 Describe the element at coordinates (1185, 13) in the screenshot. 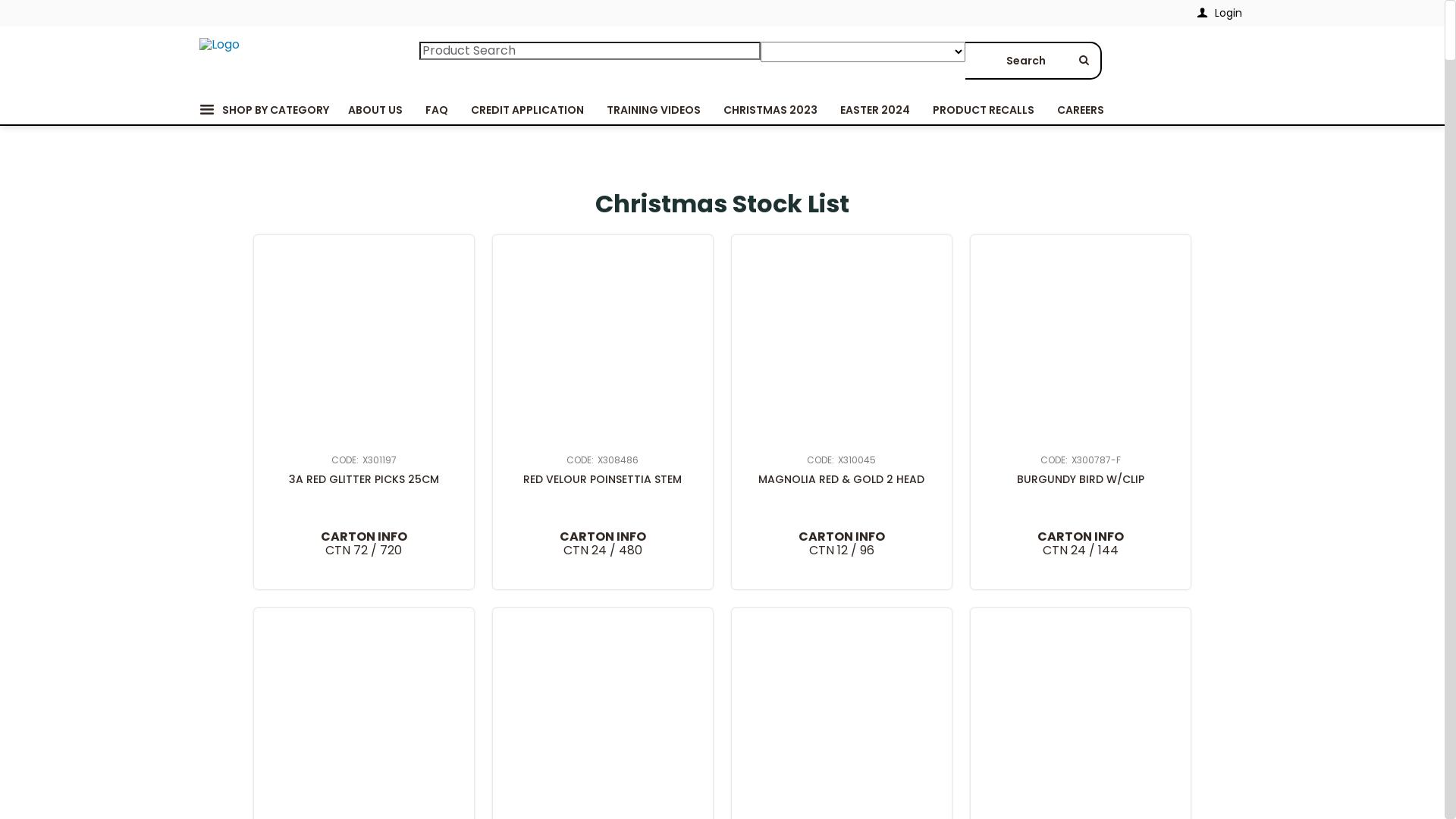

I see `'Login'` at that location.